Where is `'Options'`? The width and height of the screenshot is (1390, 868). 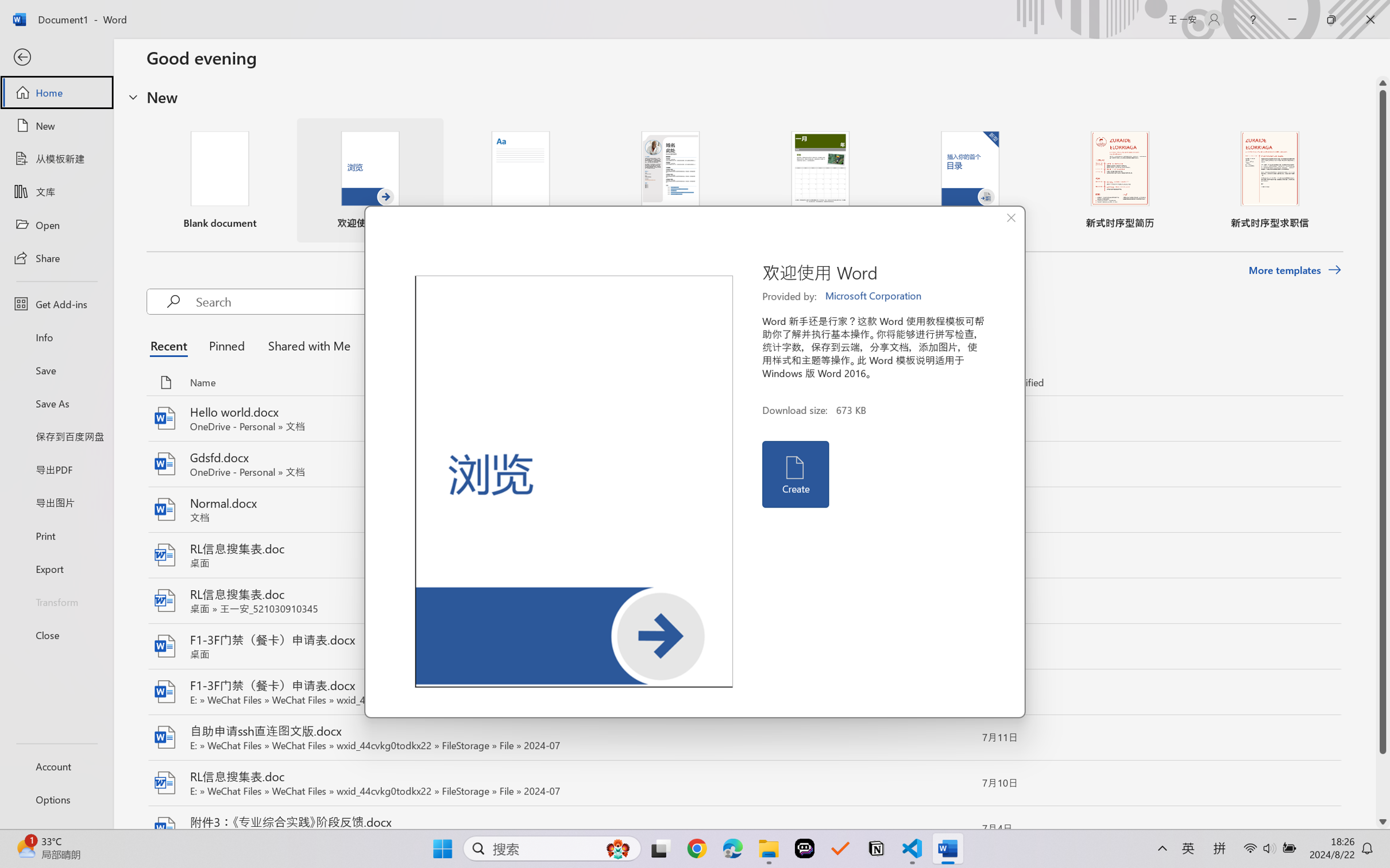 'Options' is located at coordinates (56, 799).